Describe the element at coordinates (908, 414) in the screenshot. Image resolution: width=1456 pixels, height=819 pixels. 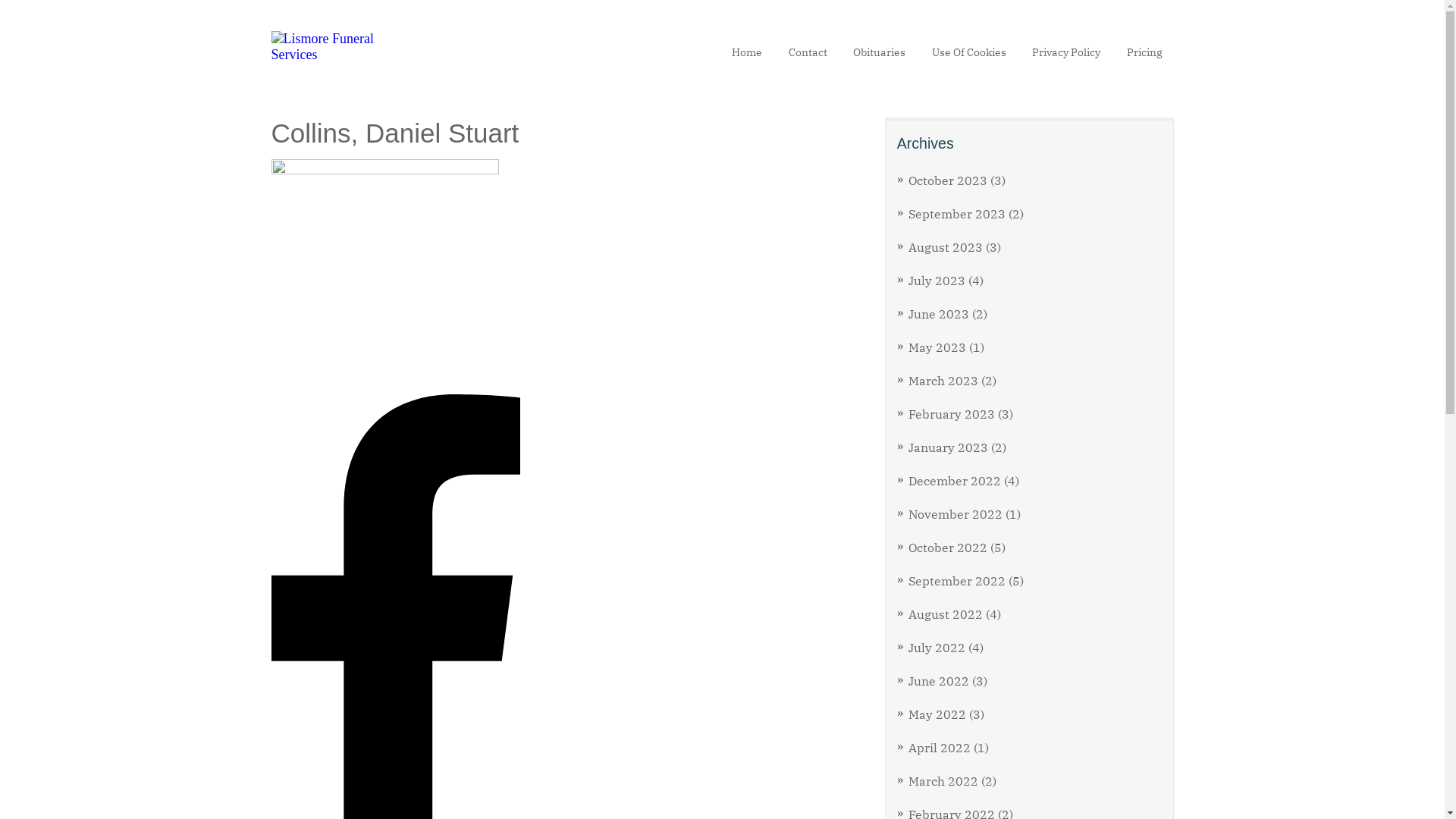
I see `'February 2023'` at that location.